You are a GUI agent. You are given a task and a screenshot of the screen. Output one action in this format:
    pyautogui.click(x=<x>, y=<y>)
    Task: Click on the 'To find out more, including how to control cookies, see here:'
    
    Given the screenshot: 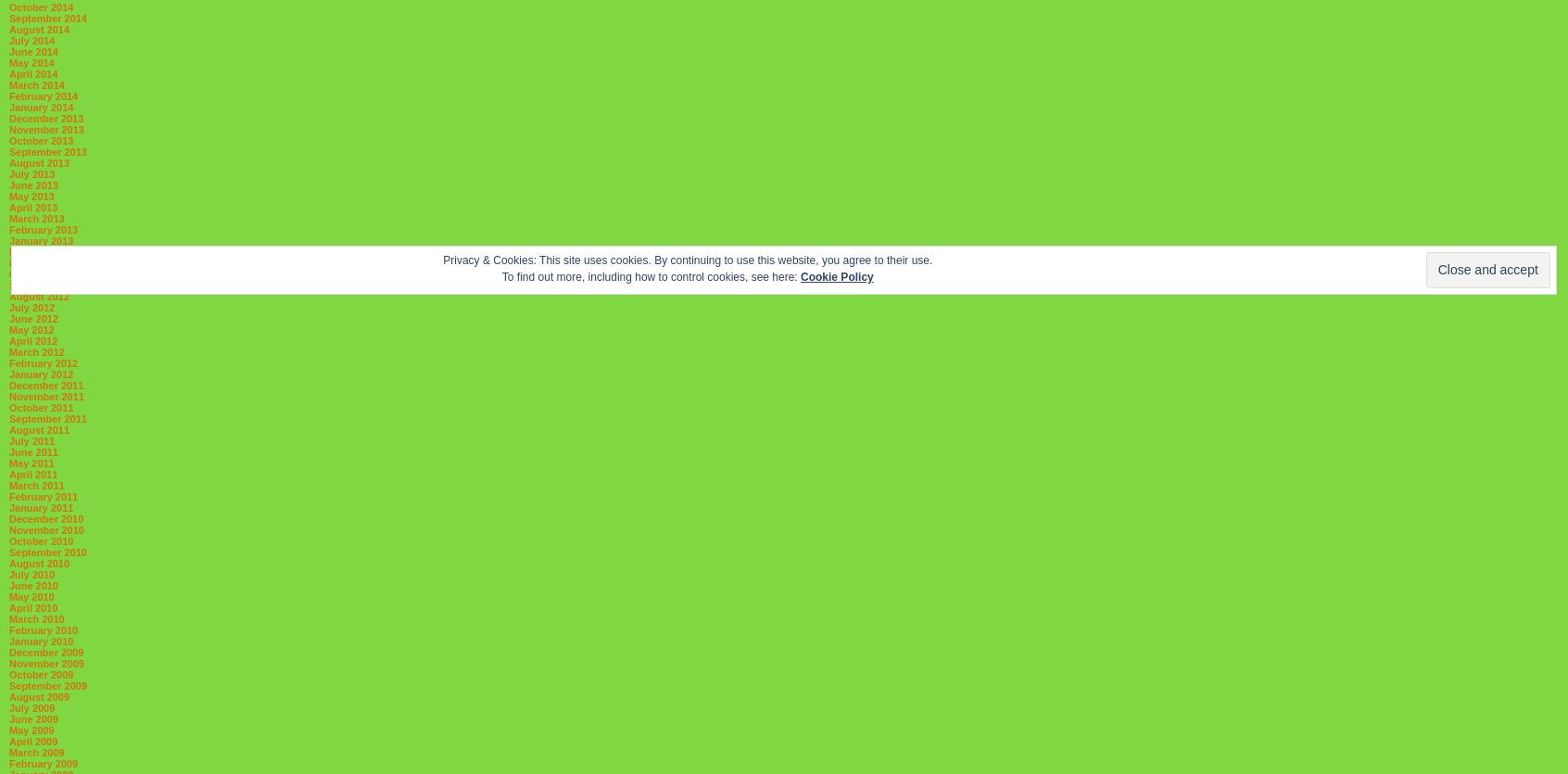 What is the action you would take?
    pyautogui.click(x=500, y=275)
    